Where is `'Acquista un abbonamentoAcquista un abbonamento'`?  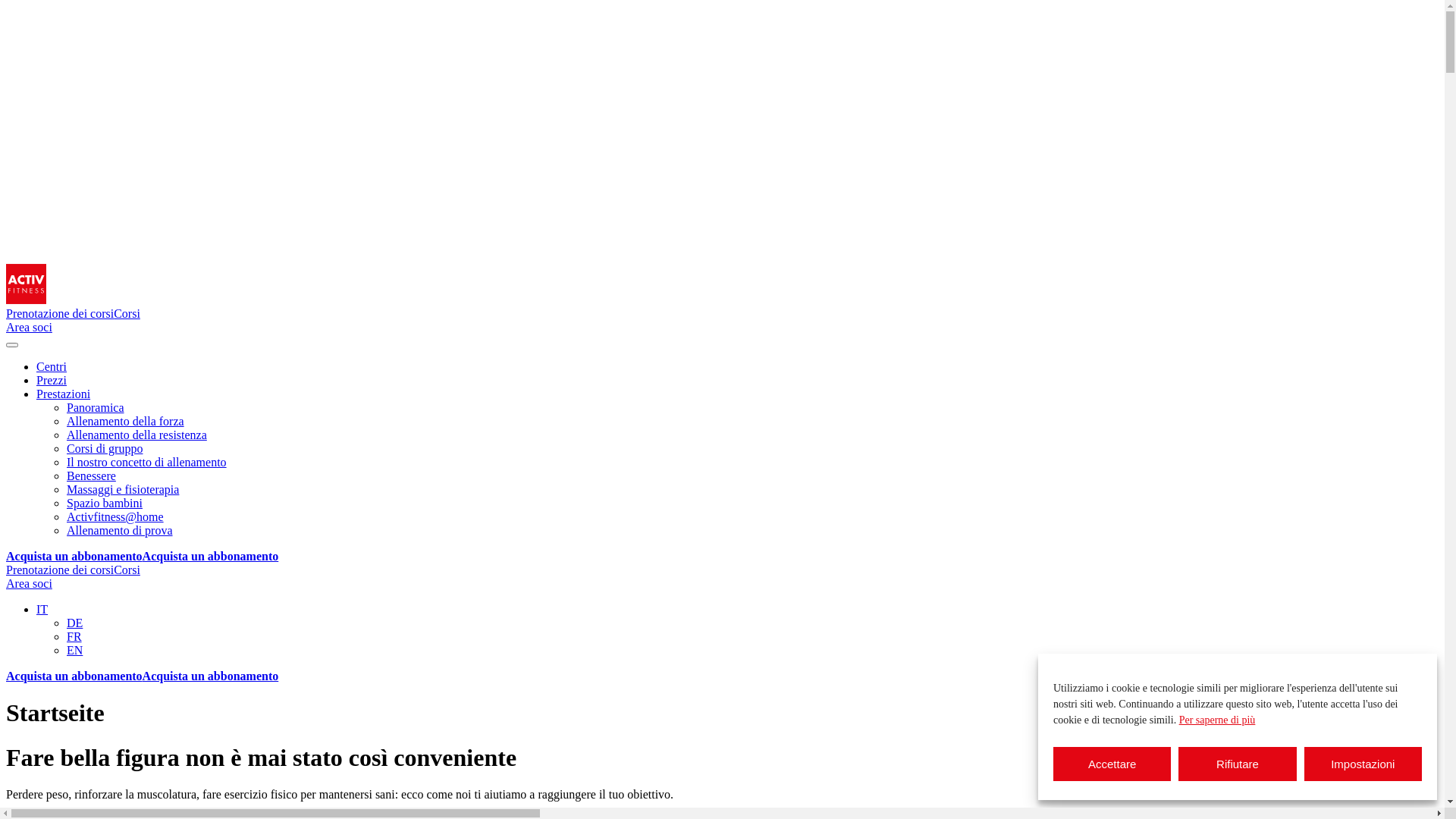 'Acquista un abbonamentoAcquista un abbonamento' is located at coordinates (142, 556).